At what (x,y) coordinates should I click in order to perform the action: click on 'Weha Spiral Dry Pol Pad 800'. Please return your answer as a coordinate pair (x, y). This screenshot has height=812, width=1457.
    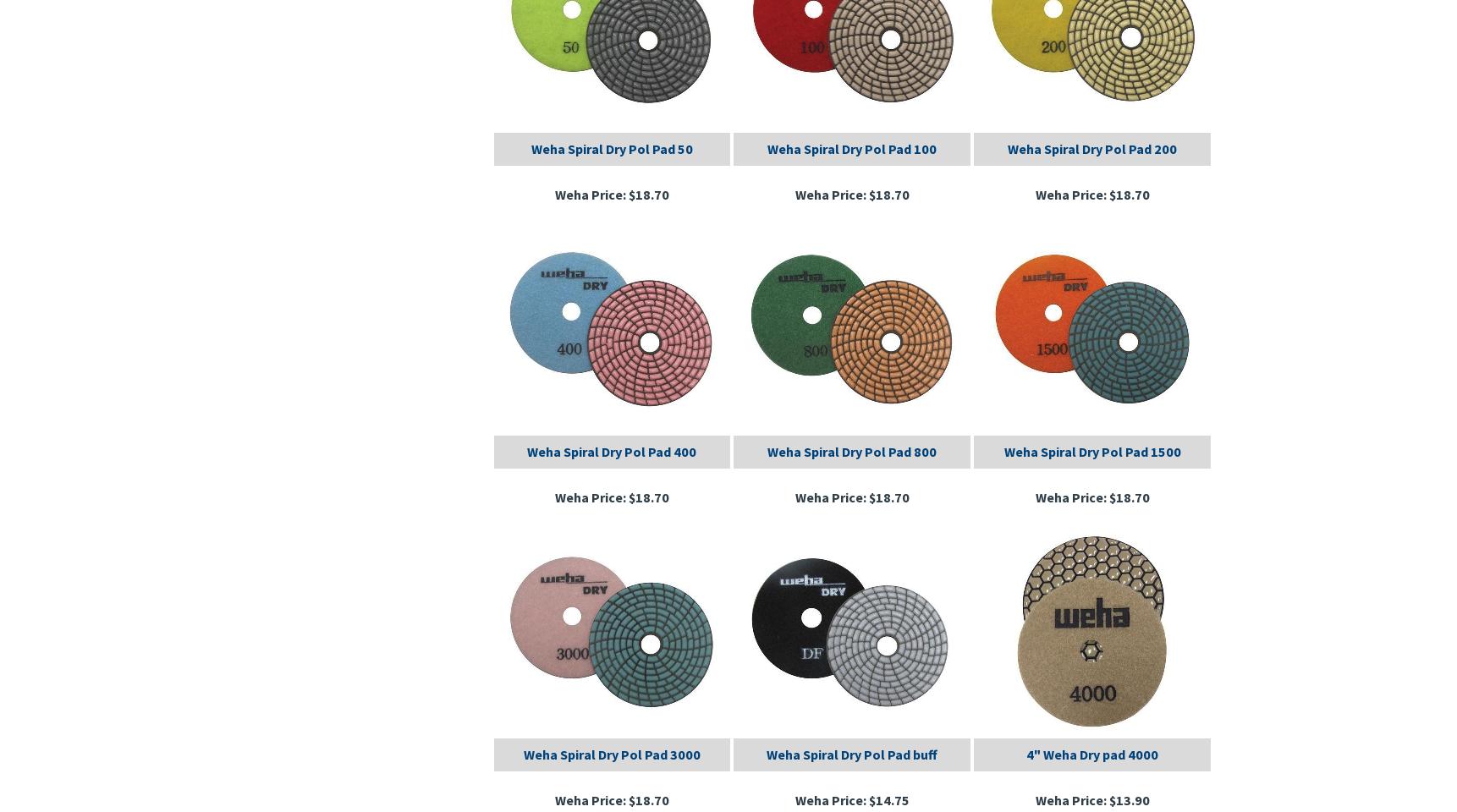
    Looking at the image, I should click on (852, 449).